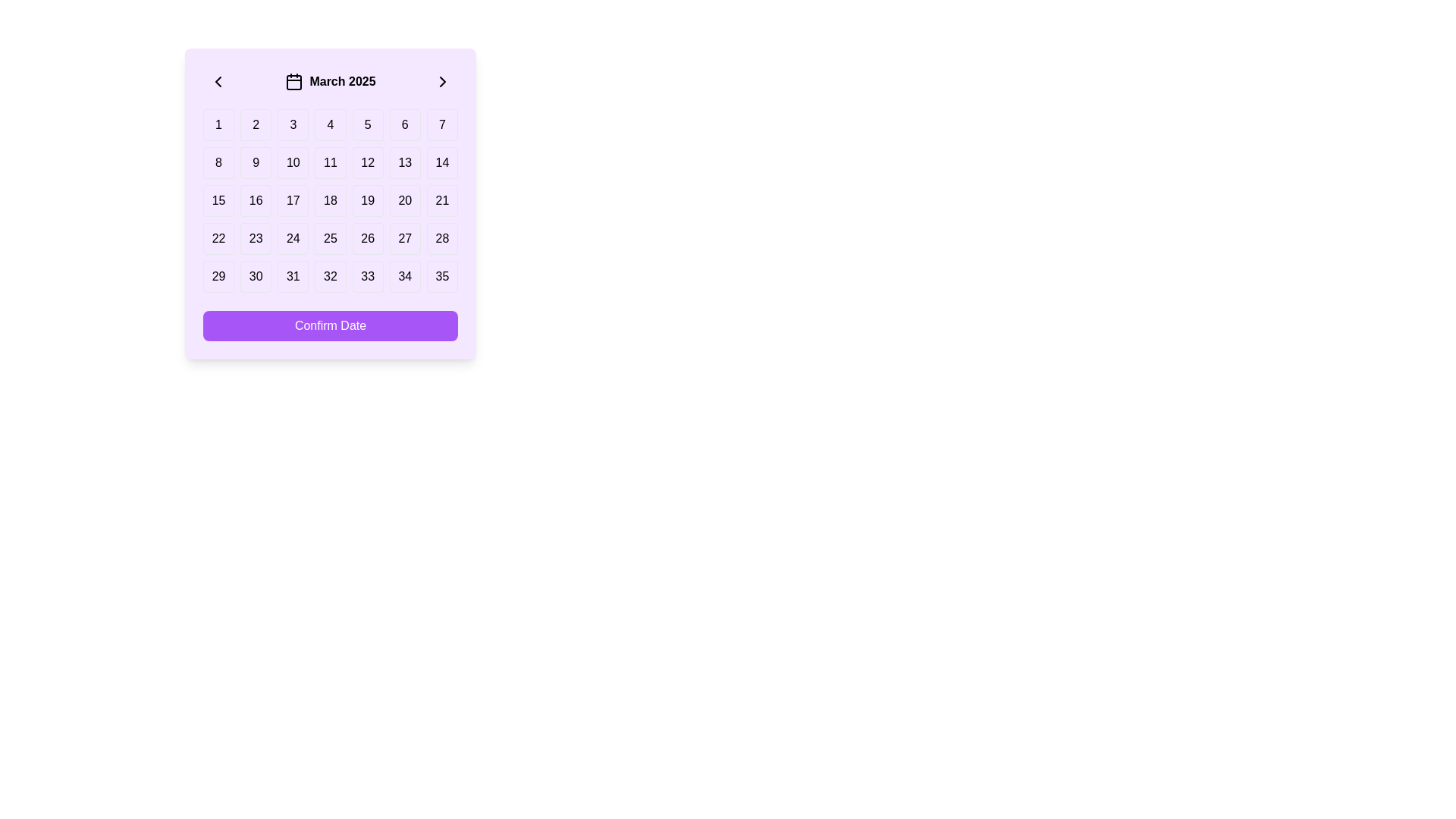  What do you see at coordinates (330, 200) in the screenshot?
I see `the calendar cell containing the number '18' in the third row and fourth column of the March 2025 grid` at bounding box center [330, 200].